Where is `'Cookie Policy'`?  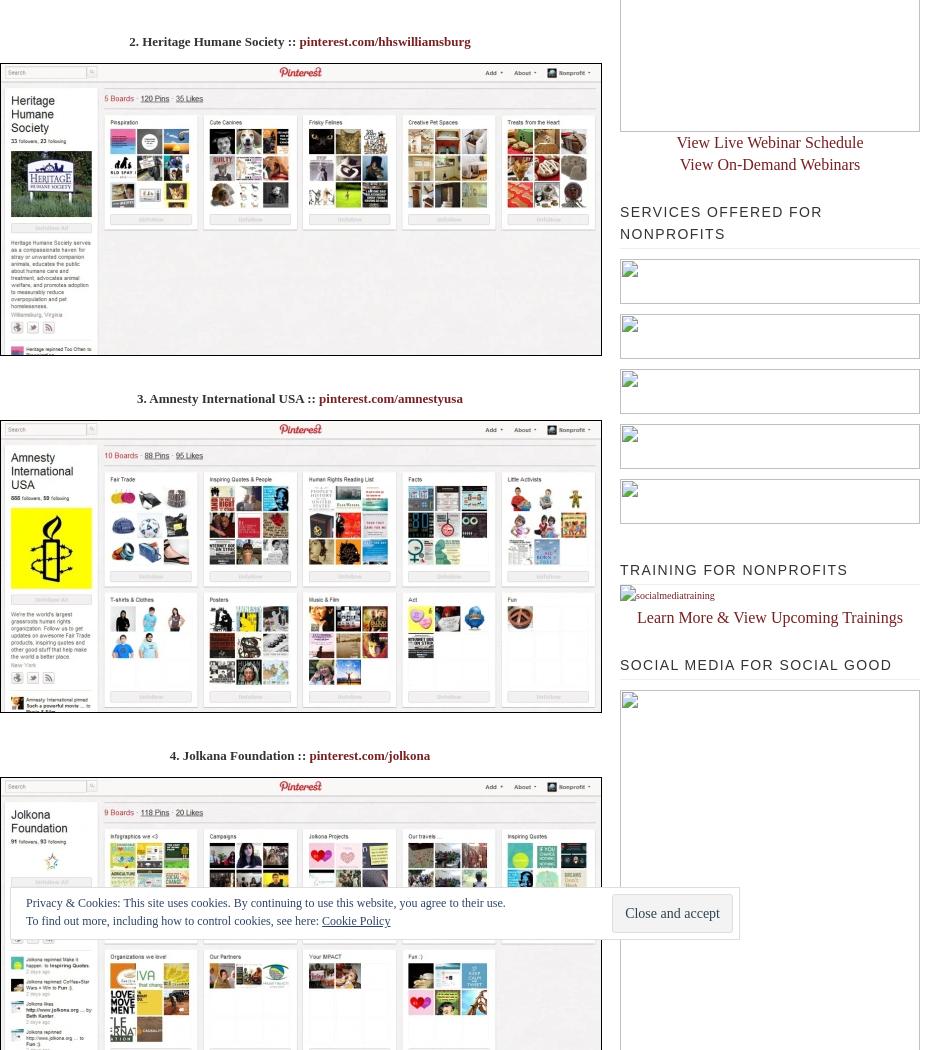
'Cookie Policy' is located at coordinates (355, 920).